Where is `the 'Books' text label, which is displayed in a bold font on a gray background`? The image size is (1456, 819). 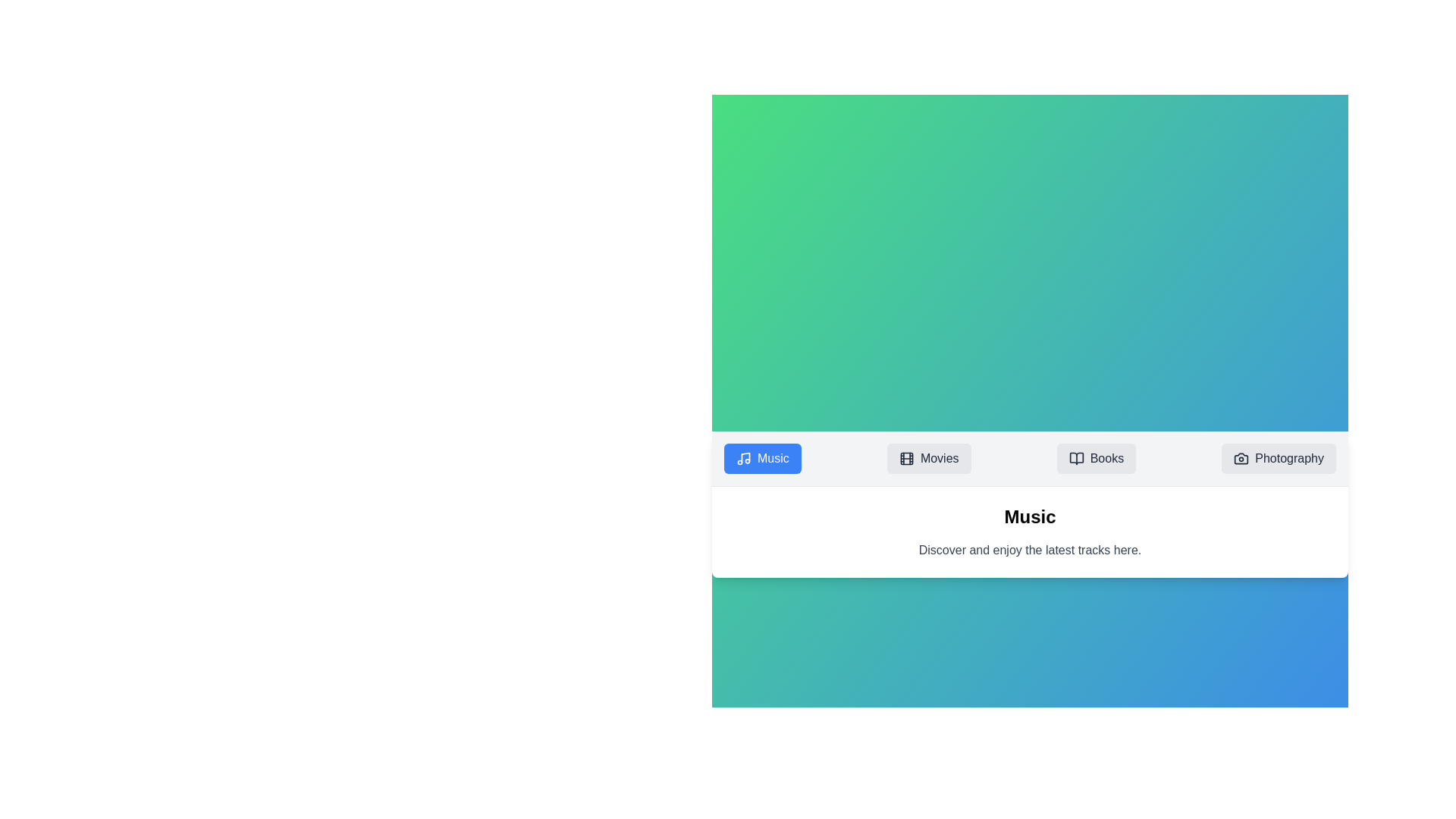
the 'Books' text label, which is displayed in a bold font on a gray background is located at coordinates (1106, 457).